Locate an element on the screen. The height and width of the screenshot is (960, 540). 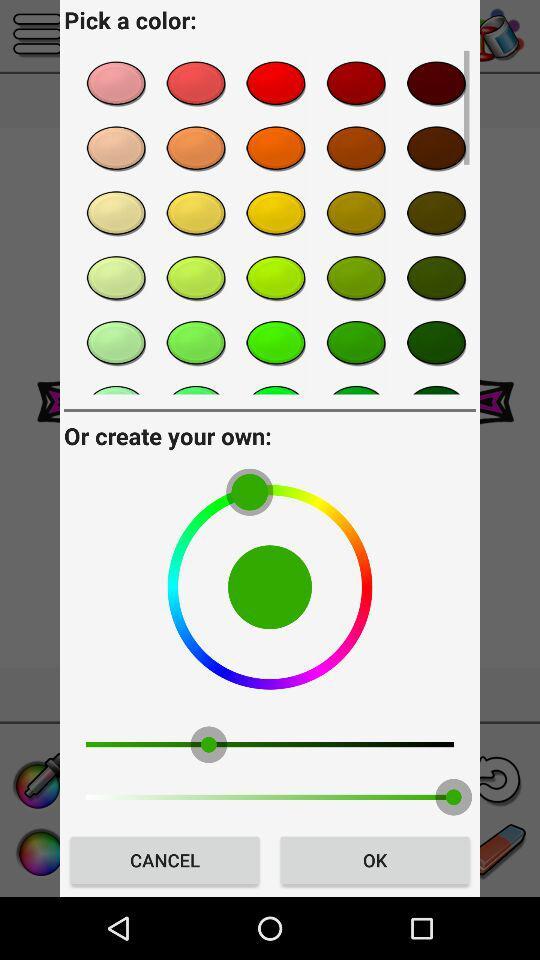
icon at the bottom right corner is located at coordinates (374, 859).